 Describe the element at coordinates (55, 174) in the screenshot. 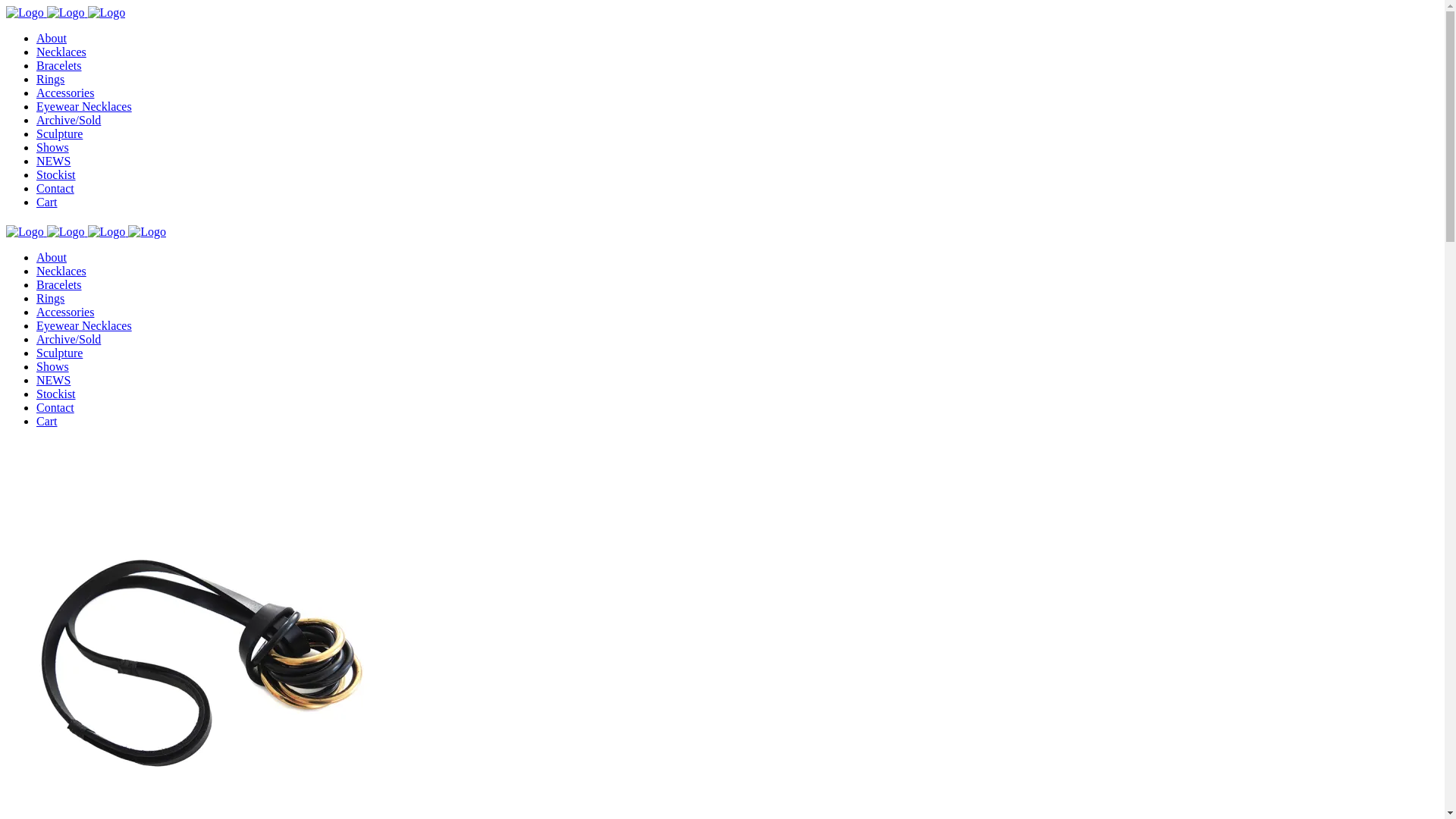

I see `'Stockist'` at that location.